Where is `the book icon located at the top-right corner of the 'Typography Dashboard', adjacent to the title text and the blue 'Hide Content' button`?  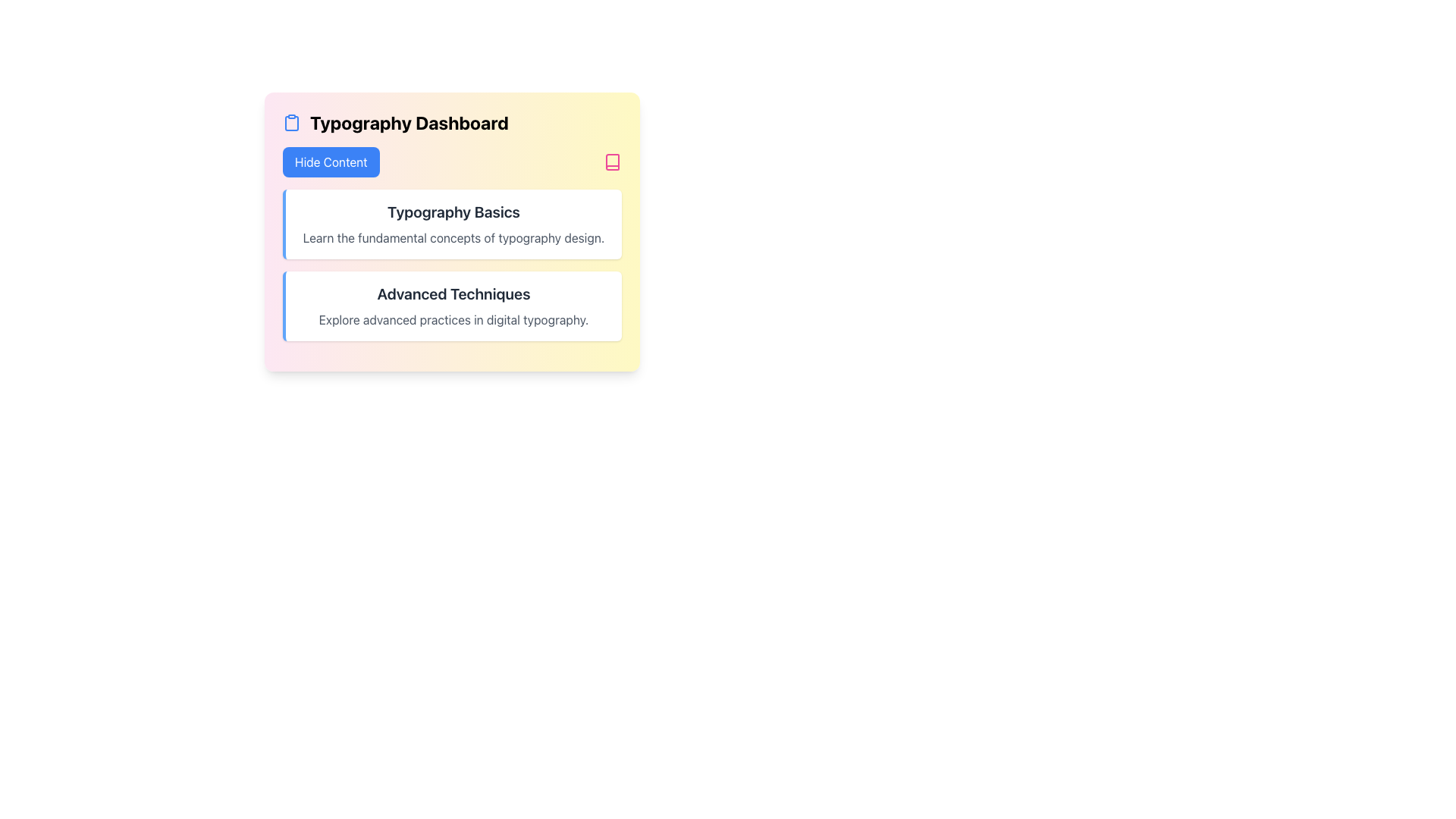 the book icon located at the top-right corner of the 'Typography Dashboard', adjacent to the title text and the blue 'Hide Content' button is located at coordinates (612, 162).